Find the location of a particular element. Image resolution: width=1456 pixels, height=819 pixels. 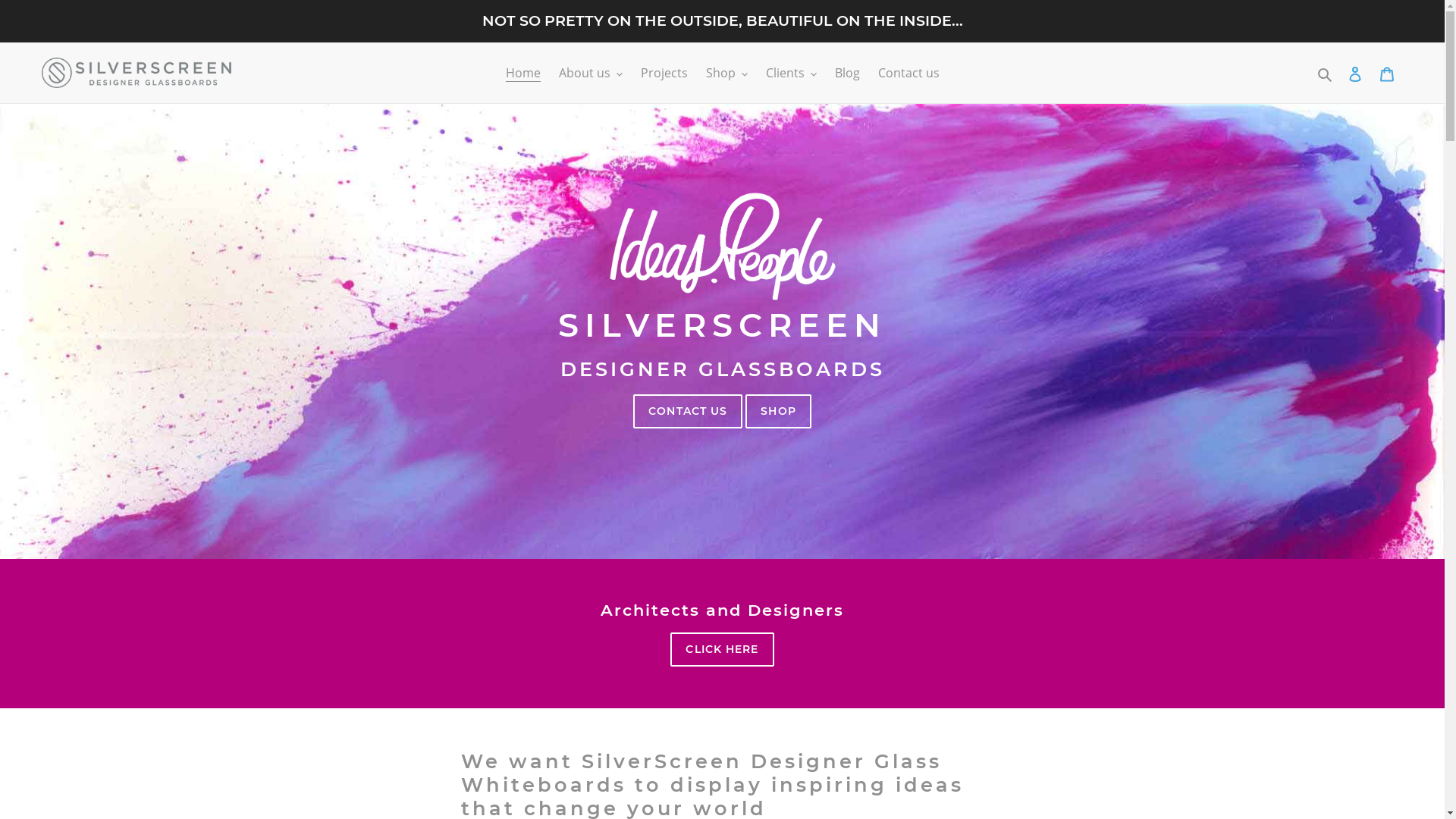

'Blog' is located at coordinates (846, 73).